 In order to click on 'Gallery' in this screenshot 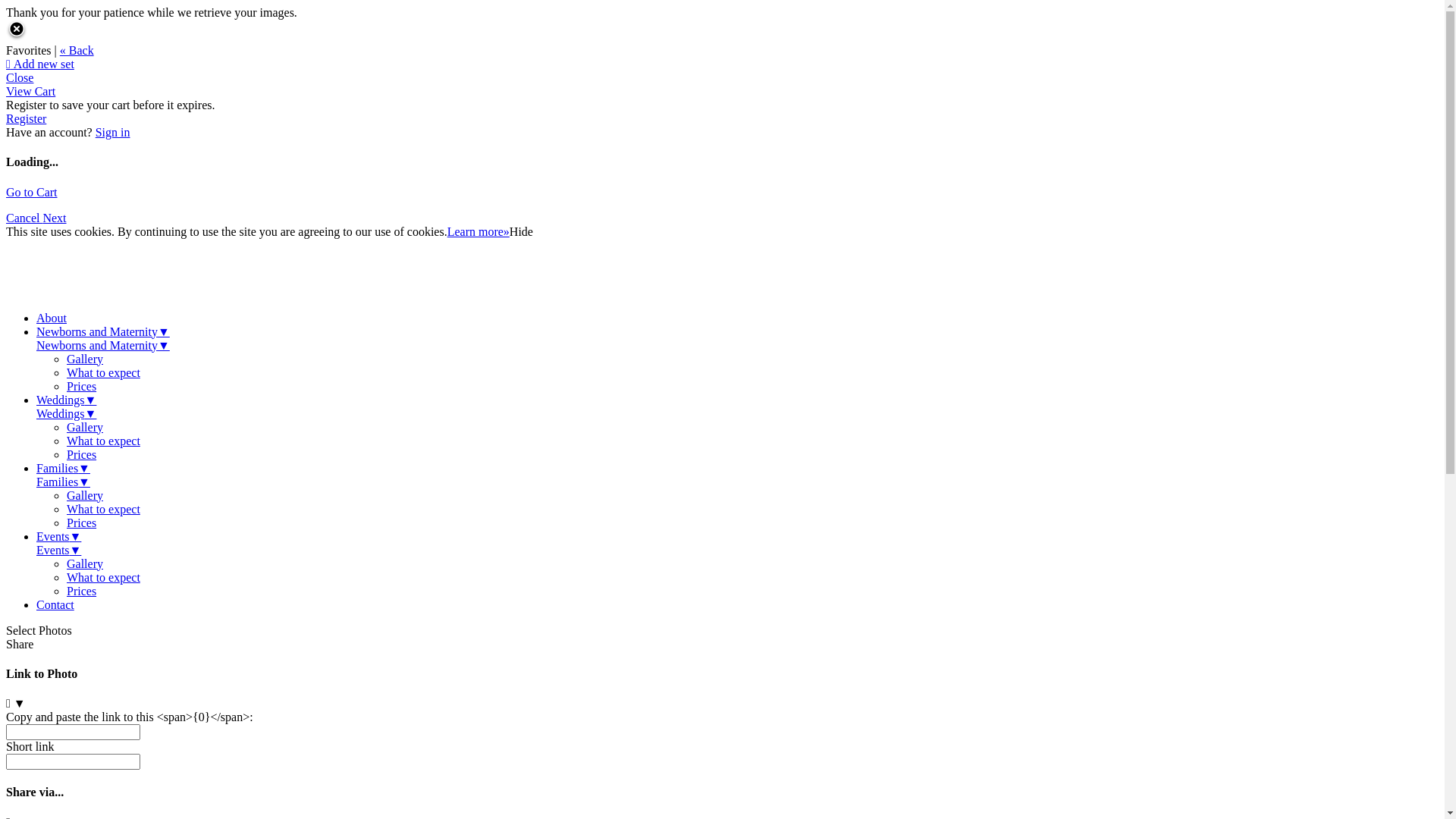, I will do `click(83, 563)`.